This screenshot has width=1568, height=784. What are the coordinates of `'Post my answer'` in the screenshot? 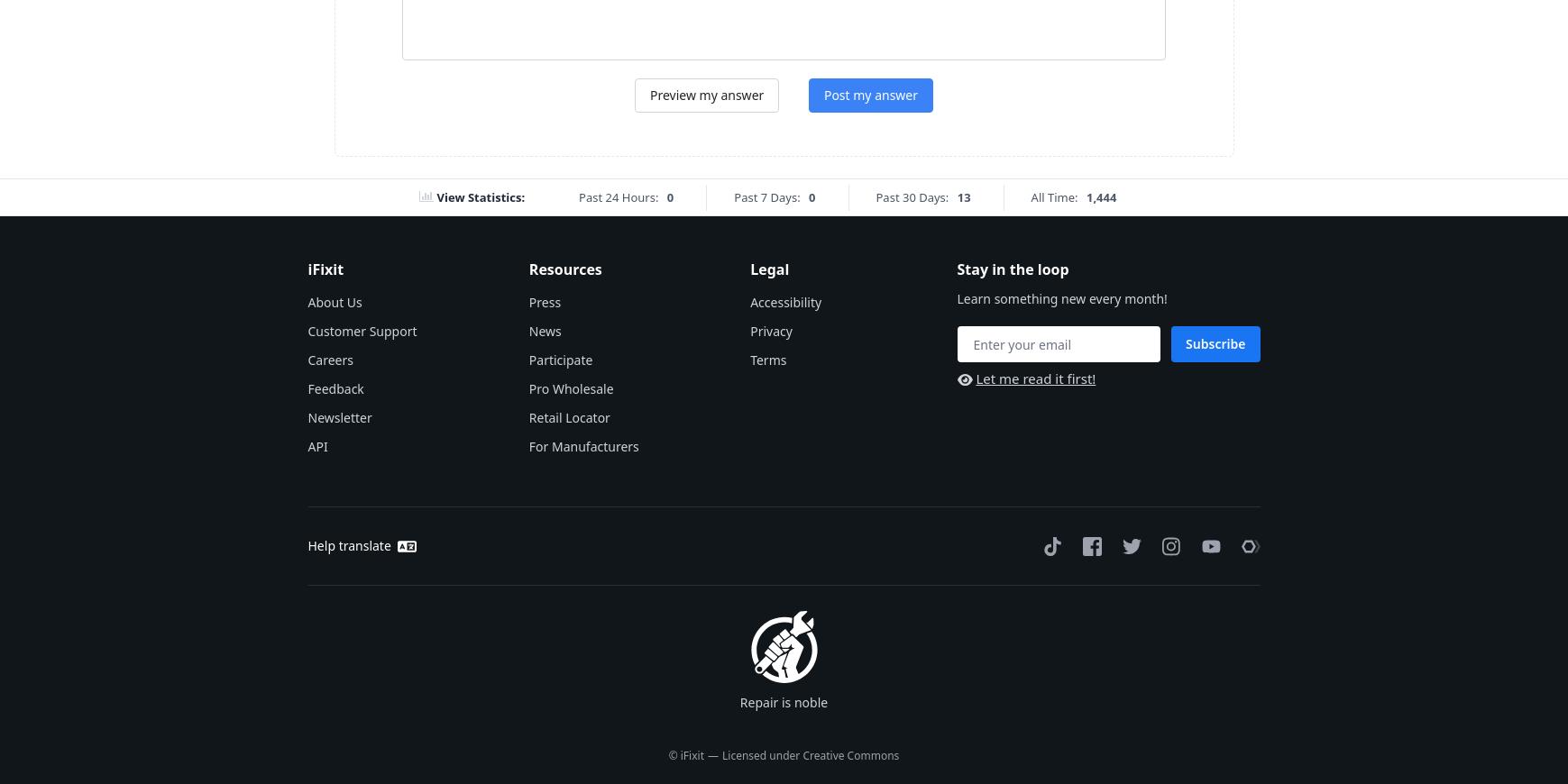 It's located at (870, 94).